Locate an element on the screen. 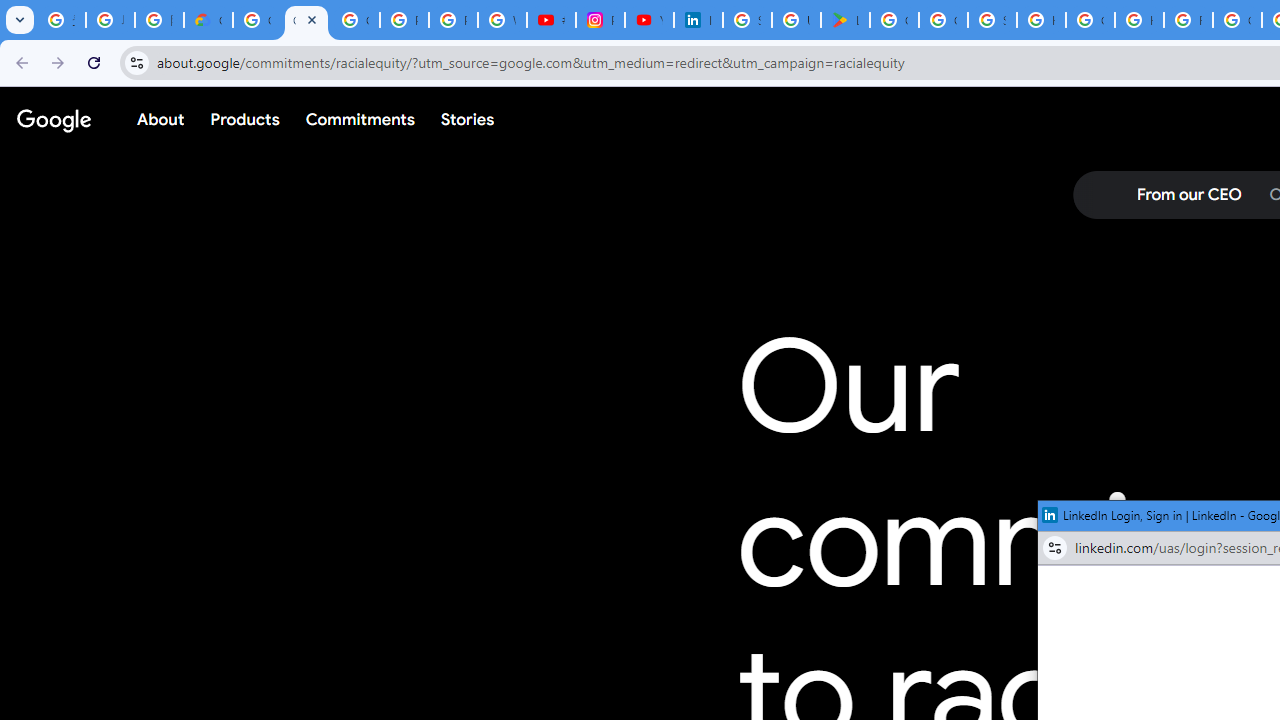  'Identity verification via Persona | LinkedIn Help' is located at coordinates (698, 20).